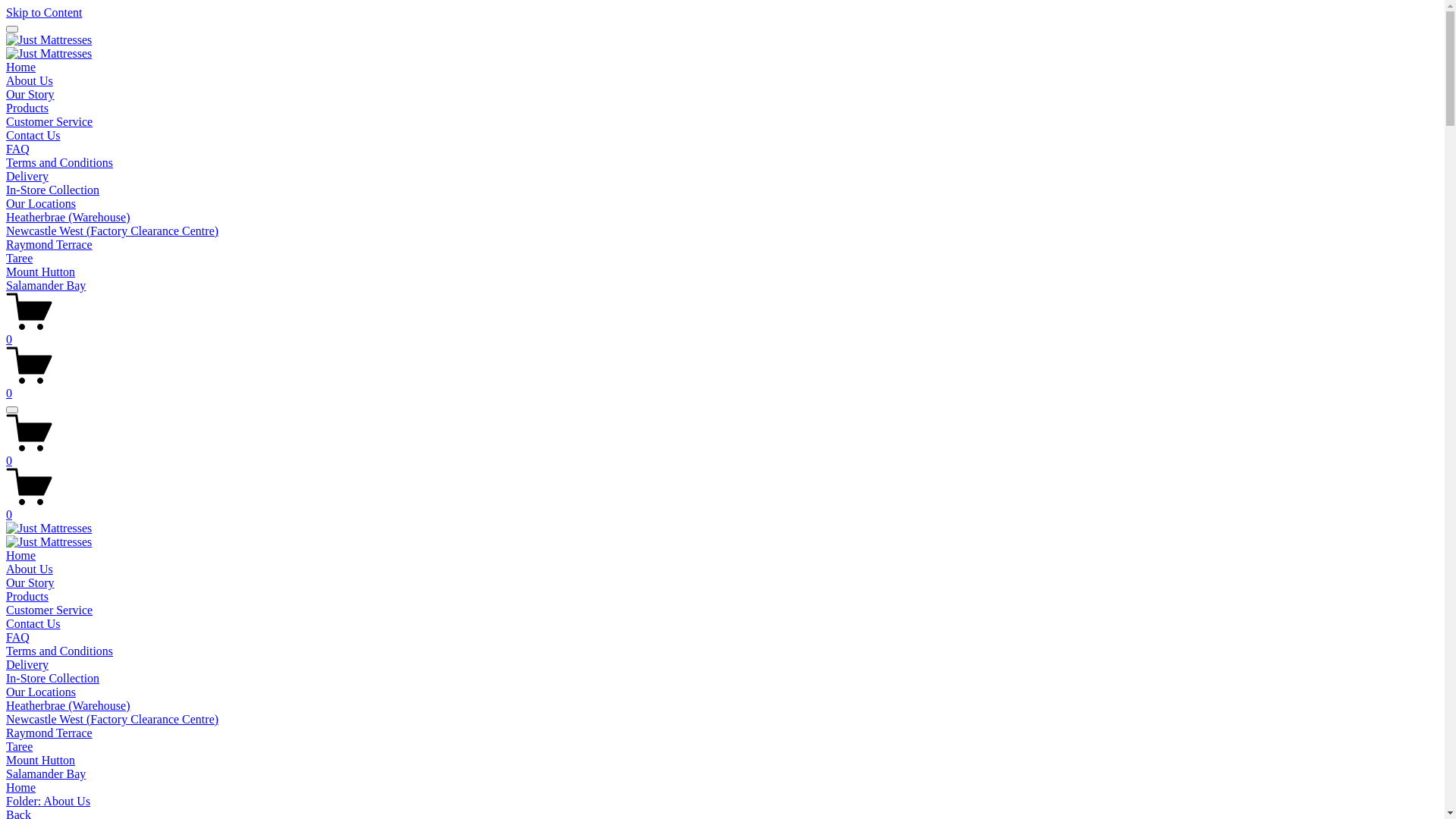 The image size is (1456, 819). Describe the element at coordinates (49, 609) in the screenshot. I see `'Customer Service'` at that location.